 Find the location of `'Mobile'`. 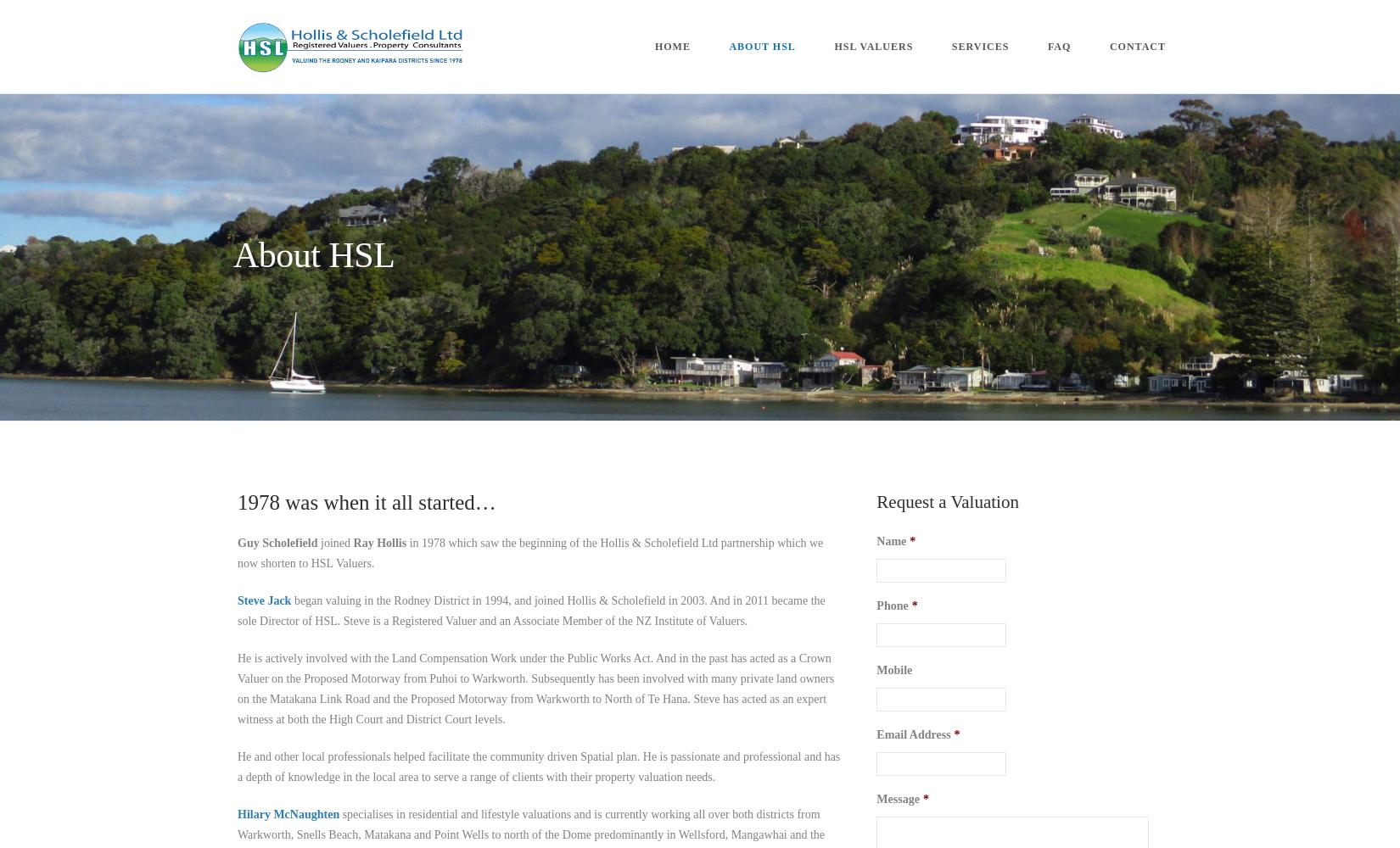

'Mobile' is located at coordinates (894, 670).